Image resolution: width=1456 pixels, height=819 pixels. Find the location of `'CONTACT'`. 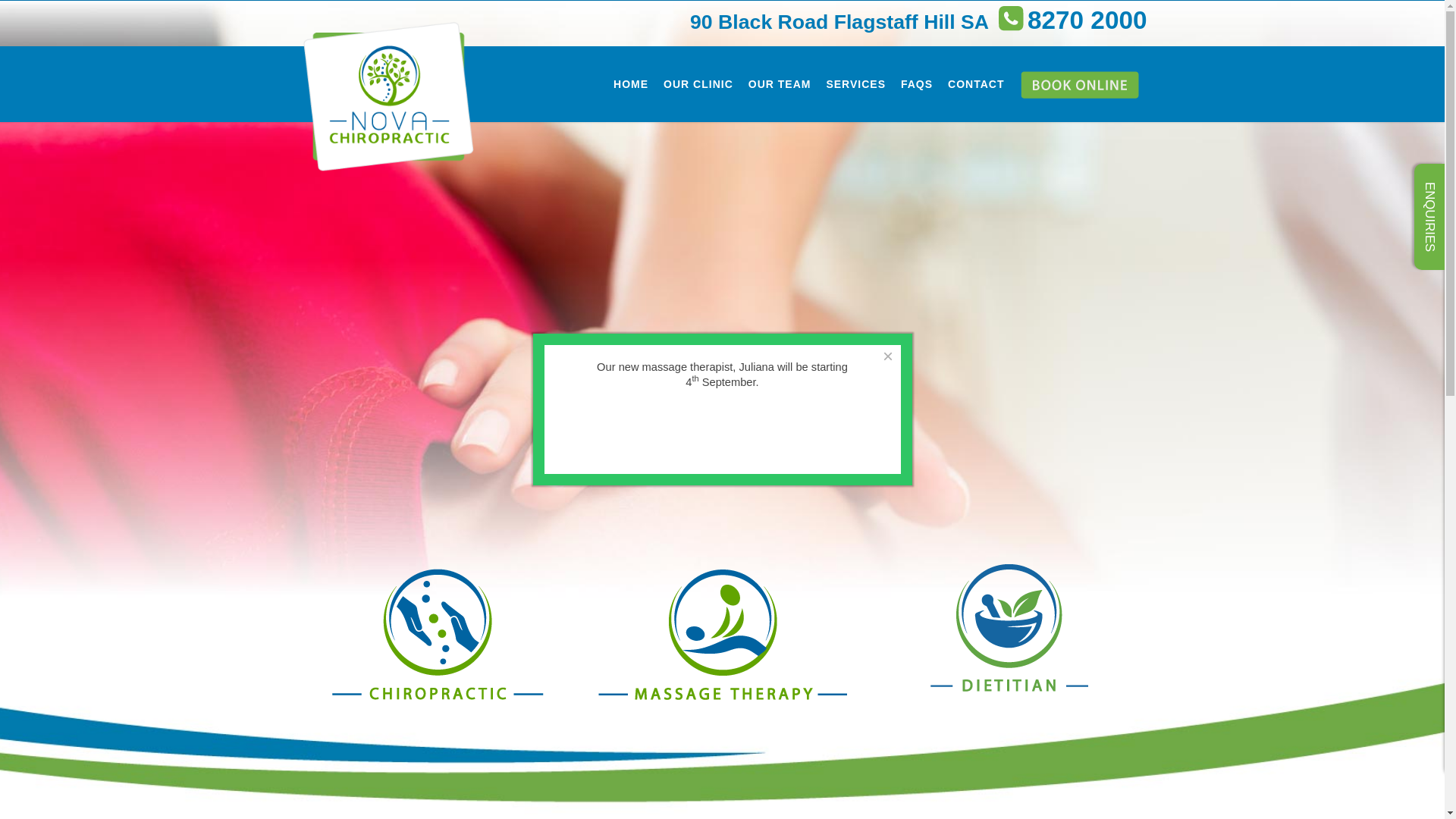

'CONTACT' is located at coordinates (939, 84).